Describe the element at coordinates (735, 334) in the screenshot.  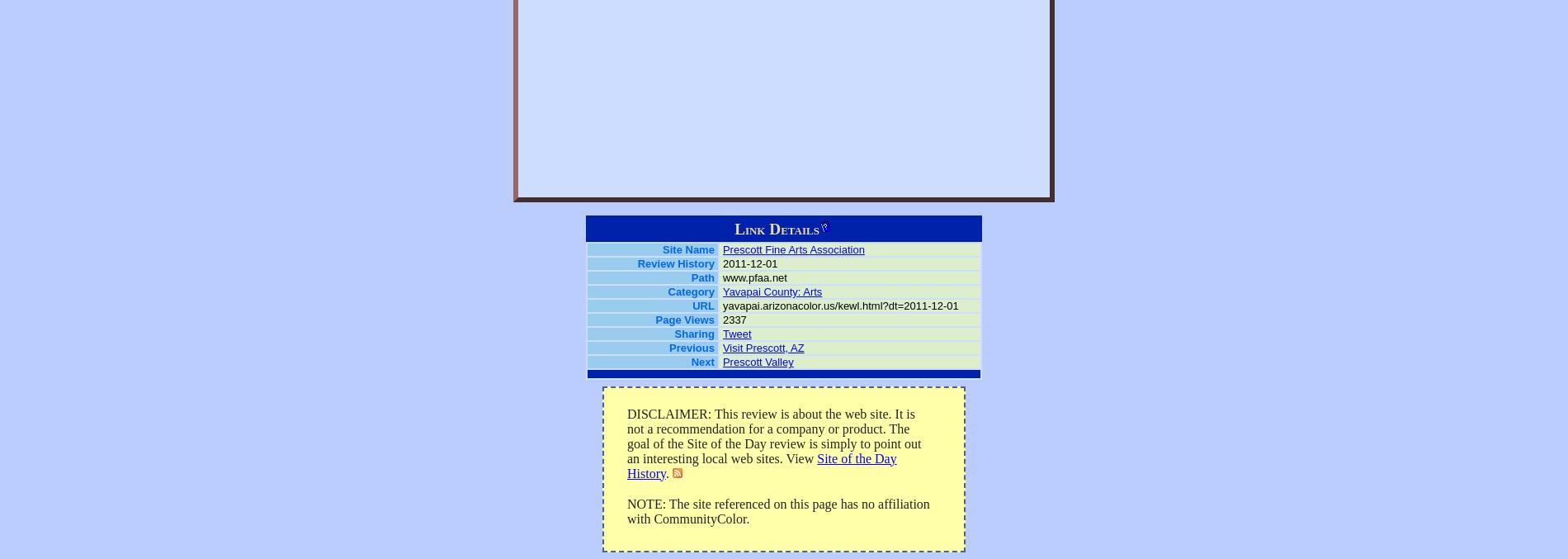
I see `'Tweet'` at that location.